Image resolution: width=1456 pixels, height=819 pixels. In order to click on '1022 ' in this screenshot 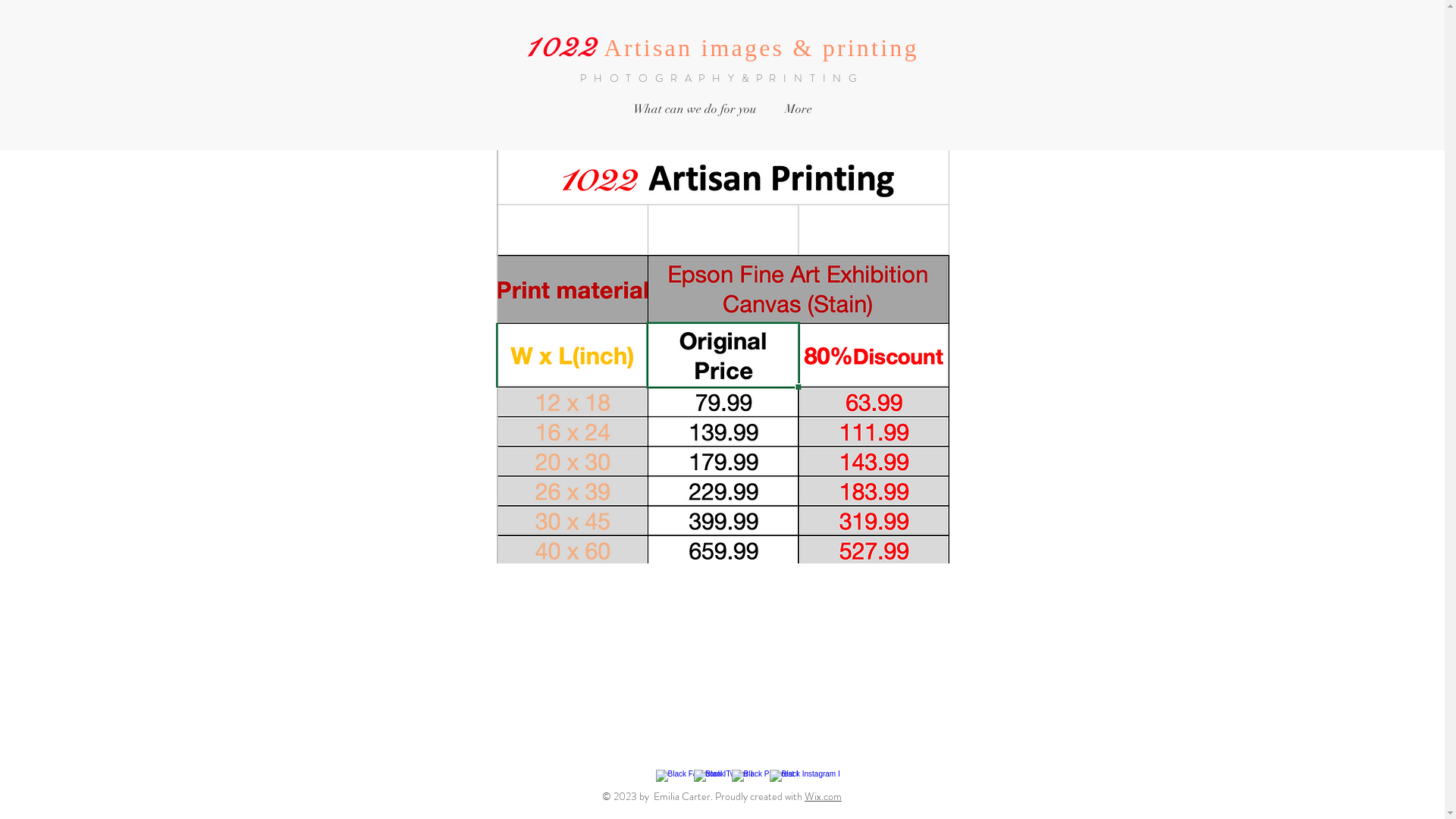, I will do `click(563, 46)`.